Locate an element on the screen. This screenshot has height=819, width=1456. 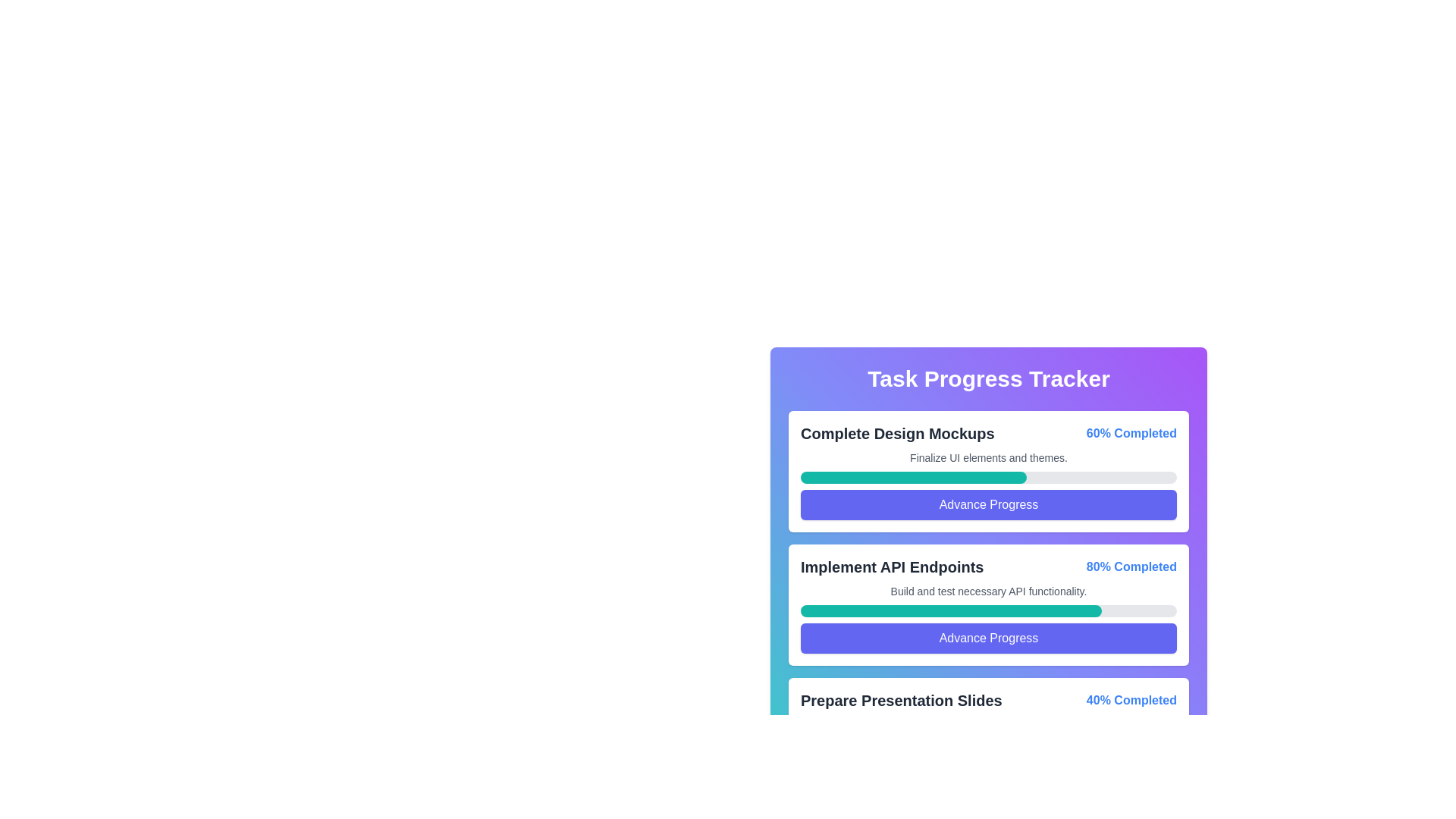
the Progress Bar that represents the completion of the 'Implement API Endpoints' task, which shows 80% completion and is located below the descriptive text and above the 'Advance Progress' button is located at coordinates (989, 610).